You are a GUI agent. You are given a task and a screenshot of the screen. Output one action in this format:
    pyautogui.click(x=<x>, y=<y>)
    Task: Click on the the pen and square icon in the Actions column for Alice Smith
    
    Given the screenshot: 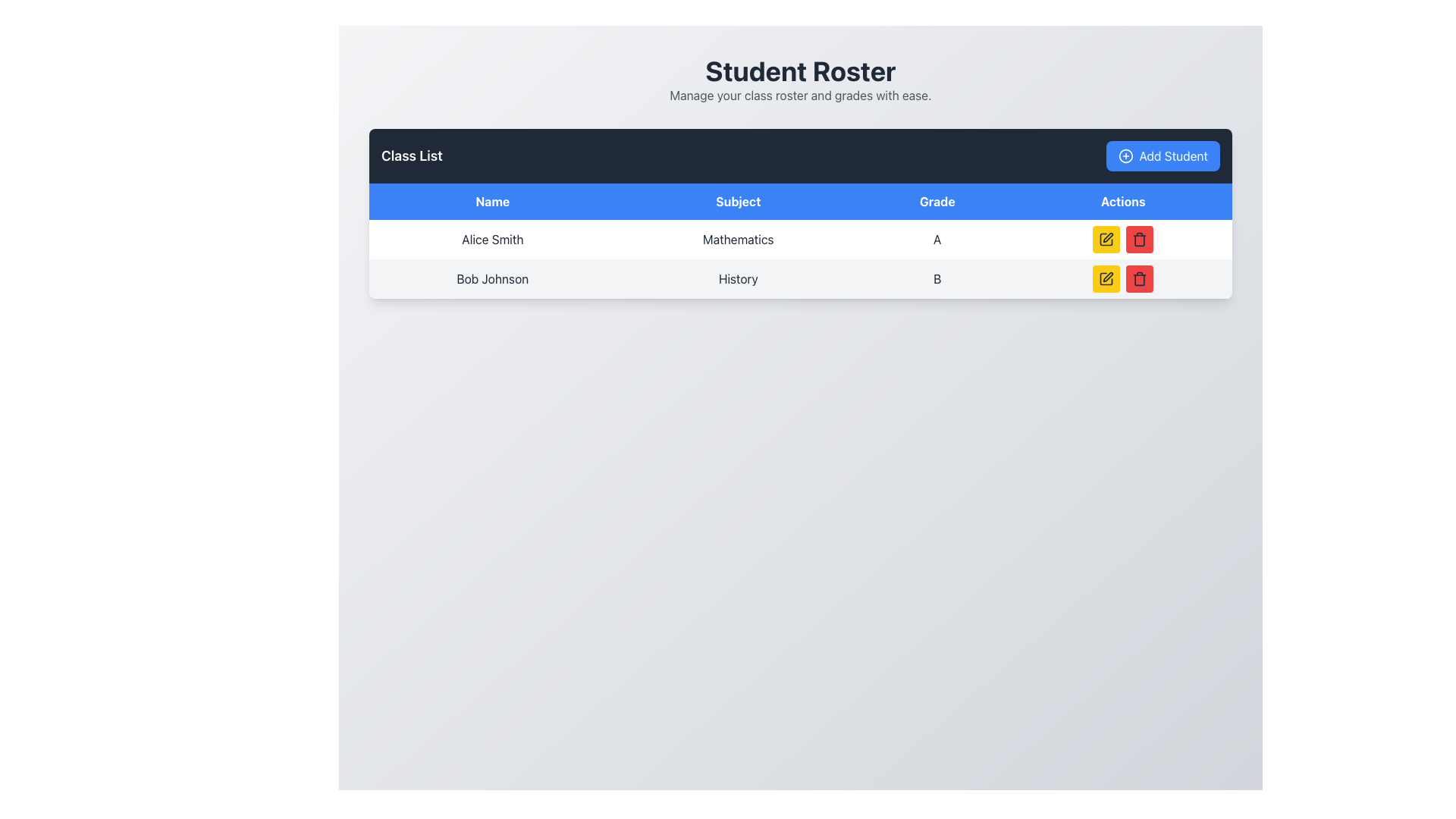 What is the action you would take?
    pyautogui.click(x=1106, y=239)
    